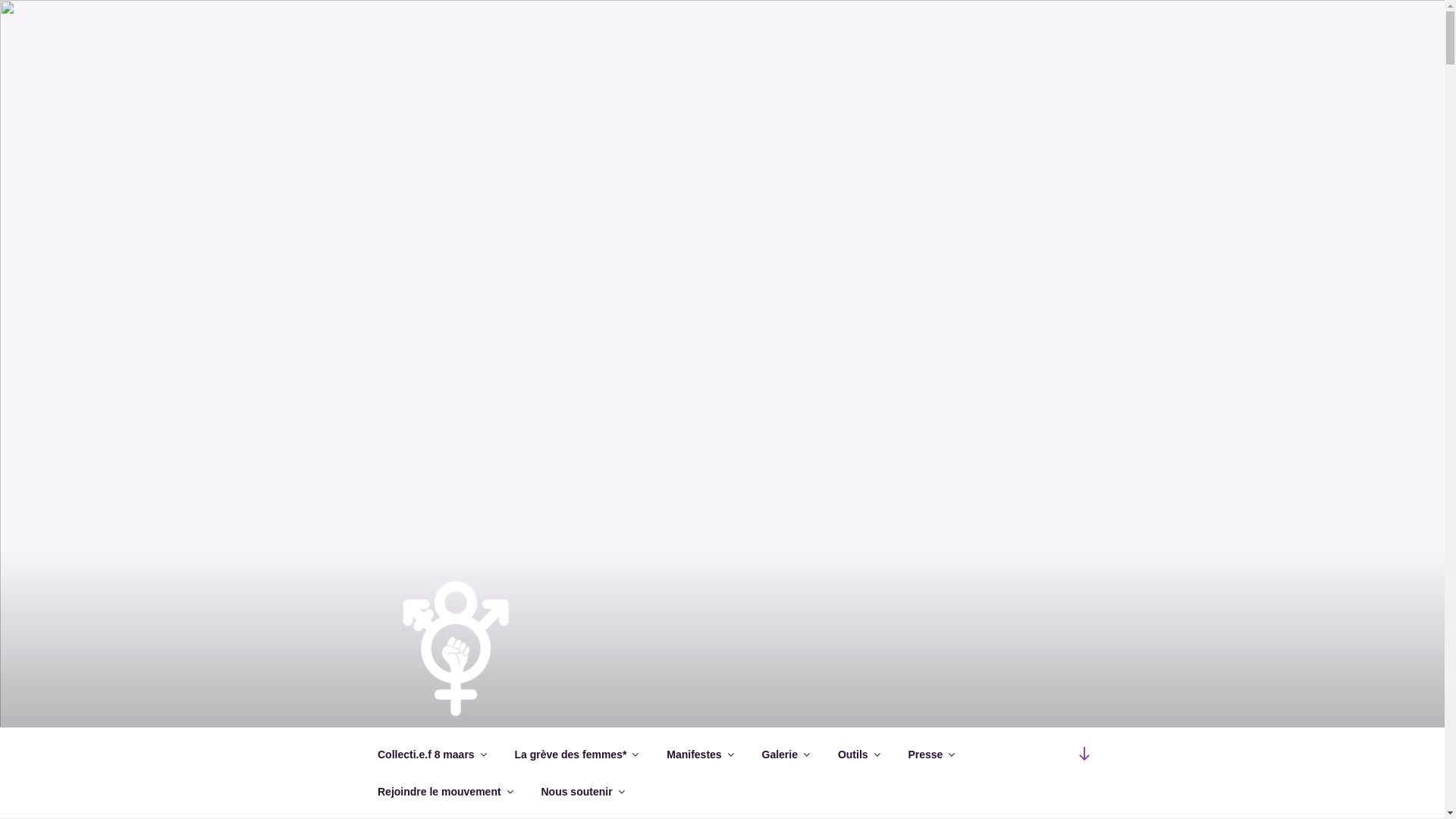 This screenshot has width=1456, height=819. What do you see at coordinates (895, 754) in the screenshot?
I see `'Presse'` at bounding box center [895, 754].